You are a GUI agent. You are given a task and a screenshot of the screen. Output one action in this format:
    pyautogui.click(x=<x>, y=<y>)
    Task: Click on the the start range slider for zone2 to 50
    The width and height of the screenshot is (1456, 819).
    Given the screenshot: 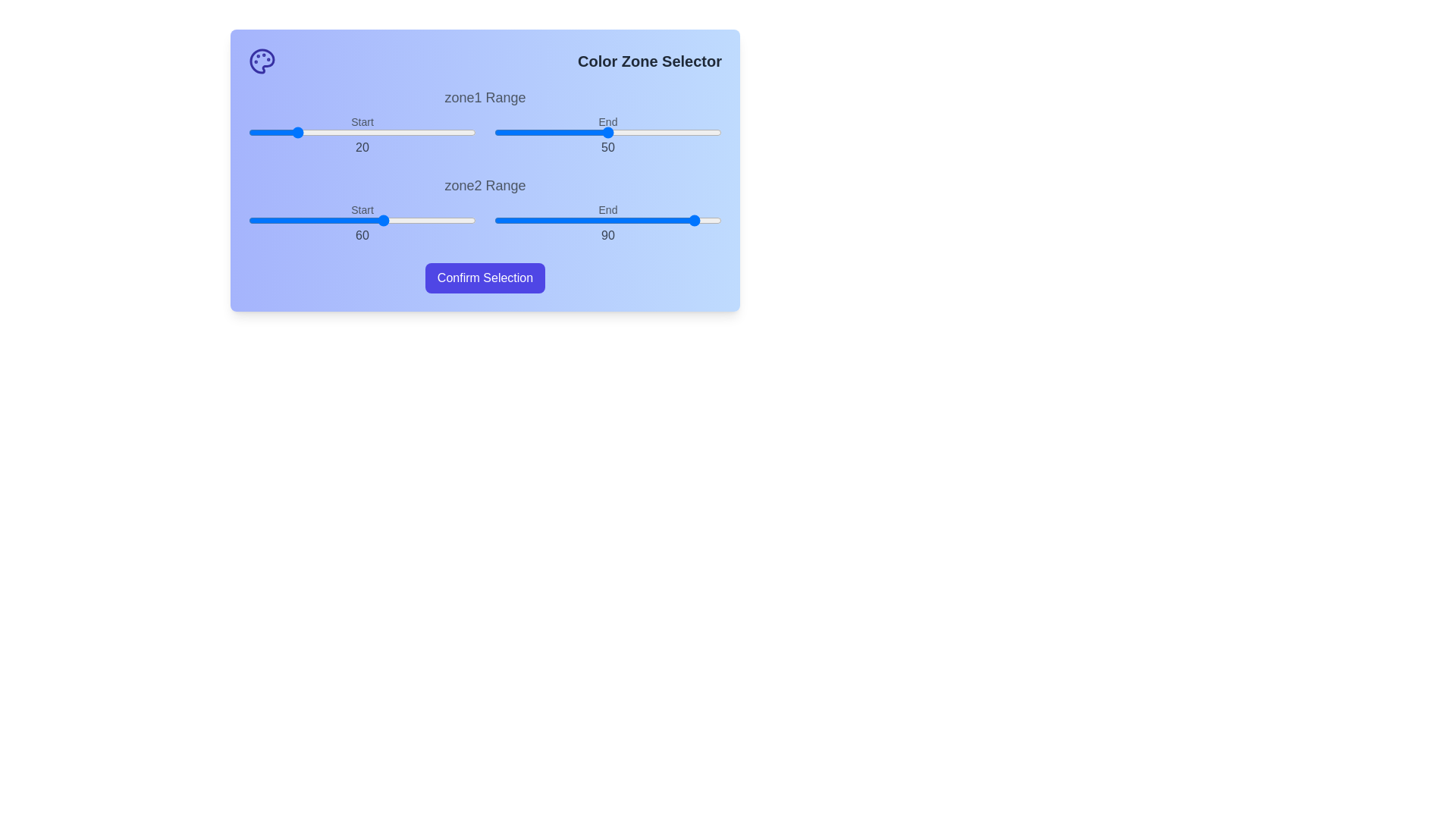 What is the action you would take?
    pyautogui.click(x=362, y=220)
    